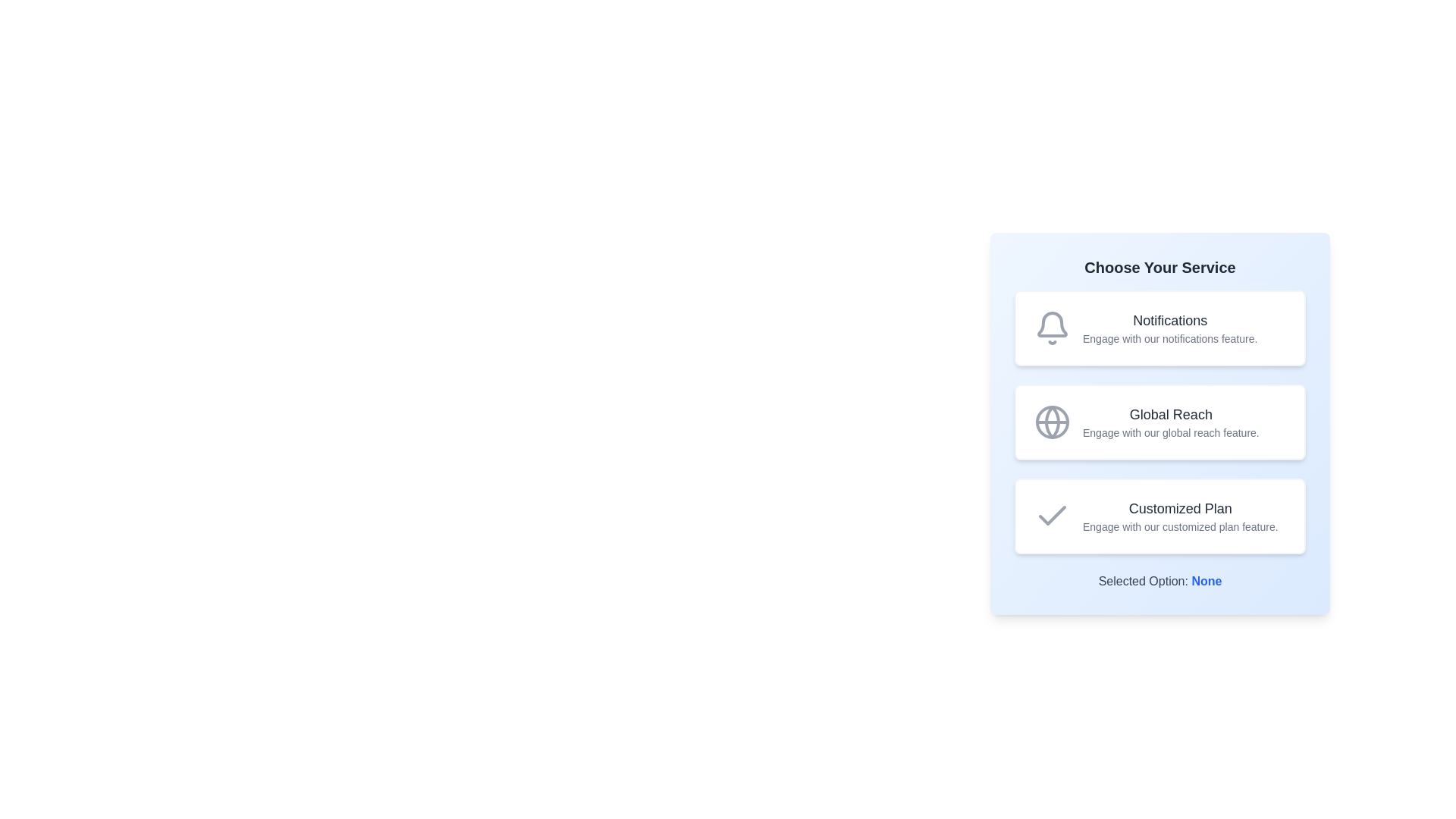 Image resolution: width=1456 pixels, height=819 pixels. I want to click on the text label at the bottom of the selection menu that displays 'Selected Option:' followed by the current selection in blue font, so click(1159, 581).